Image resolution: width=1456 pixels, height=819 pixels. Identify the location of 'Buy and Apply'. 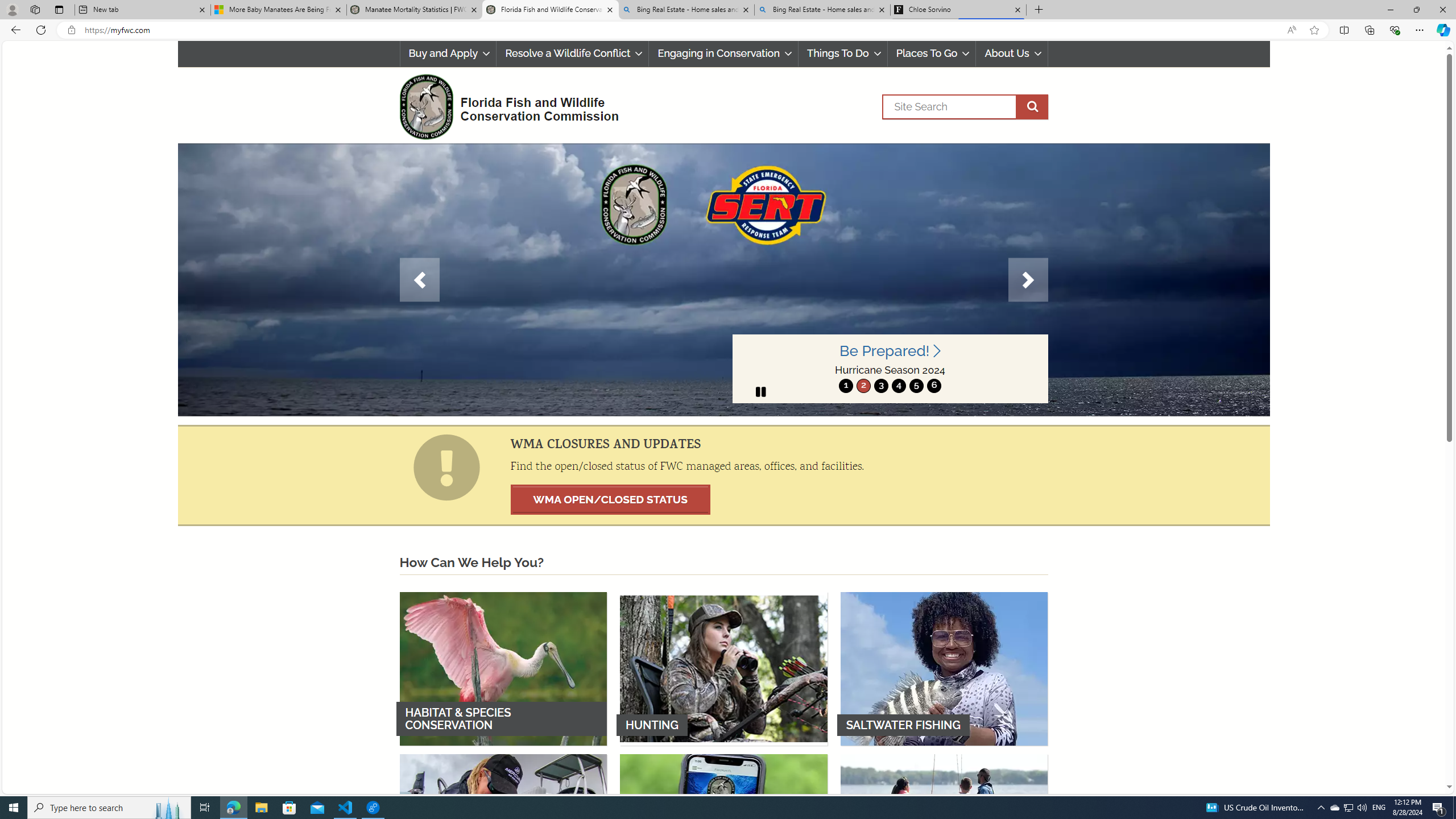
(447, 53).